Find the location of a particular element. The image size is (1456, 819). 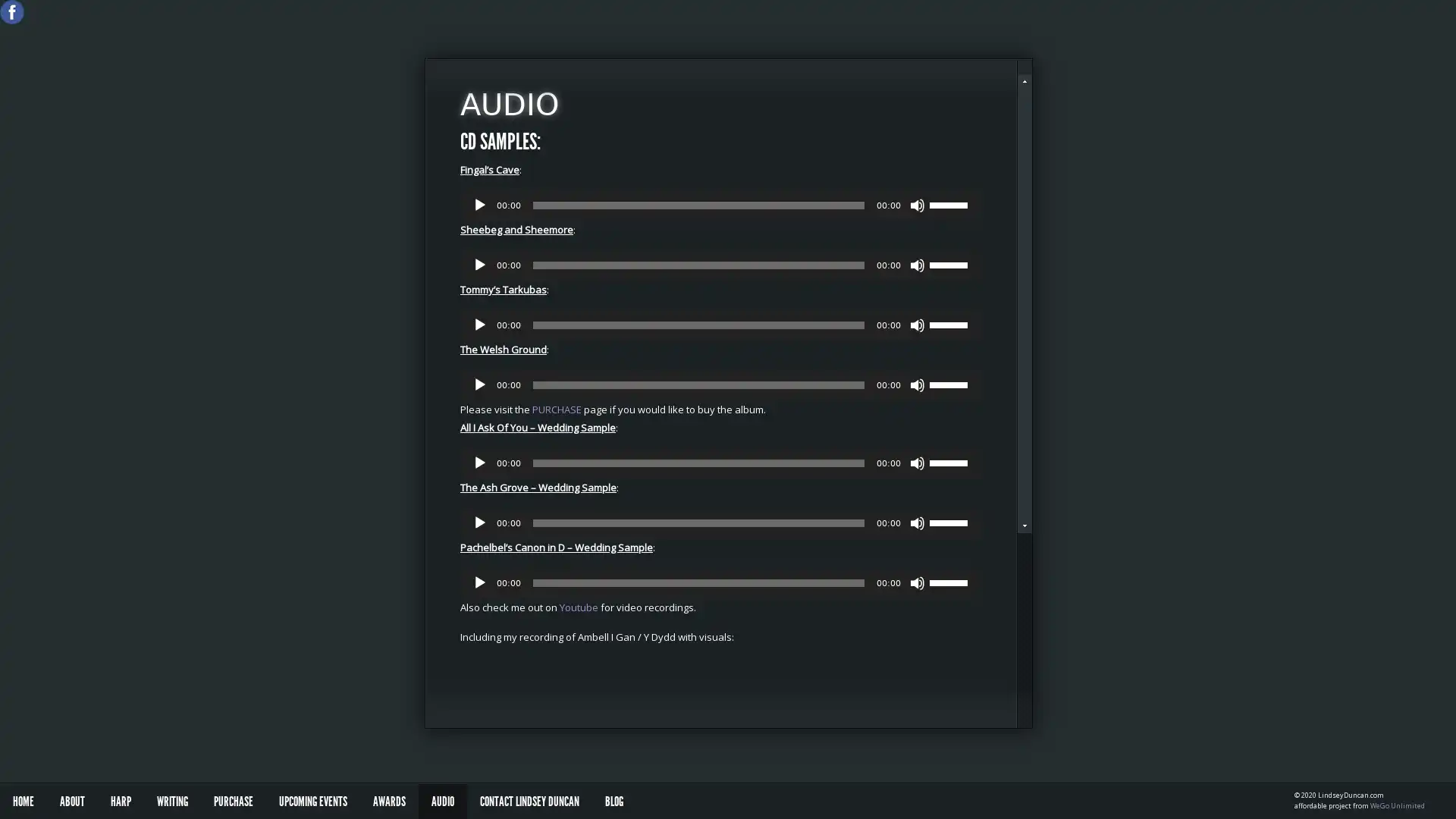

Mute is located at coordinates (916, 324).